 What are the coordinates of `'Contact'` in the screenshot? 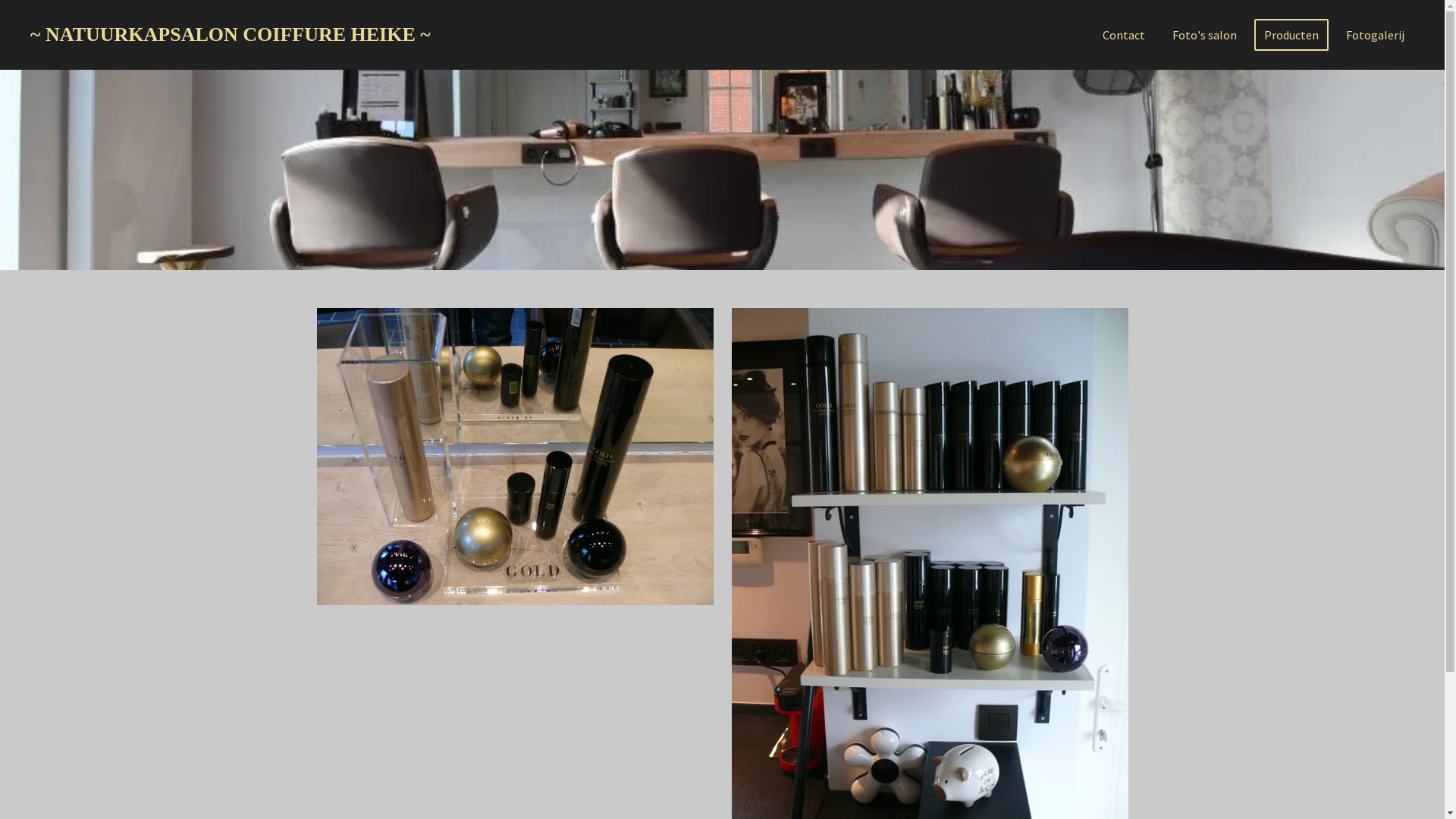 It's located at (1124, 34).